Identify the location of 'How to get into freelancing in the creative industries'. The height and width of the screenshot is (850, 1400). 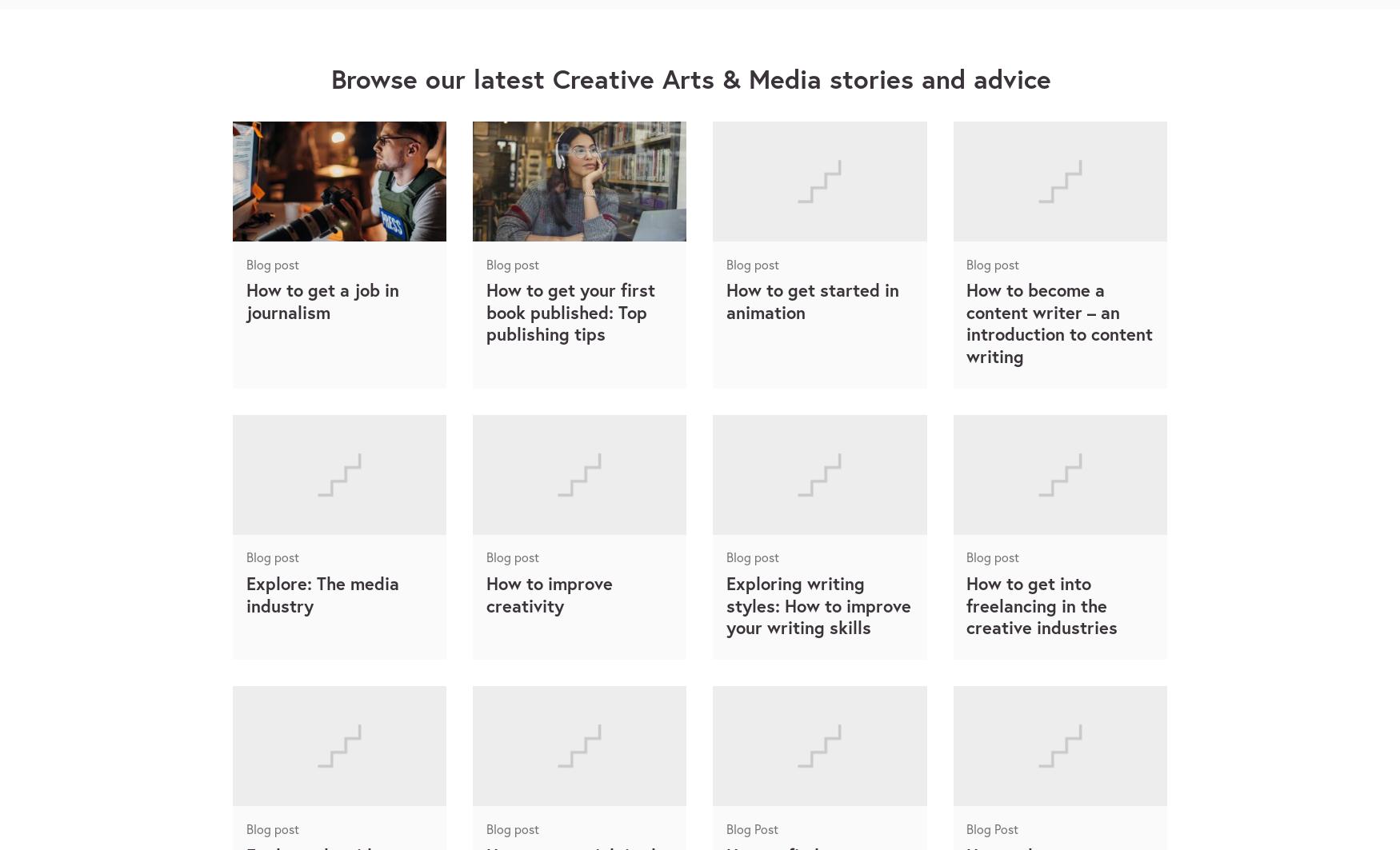
(1041, 604).